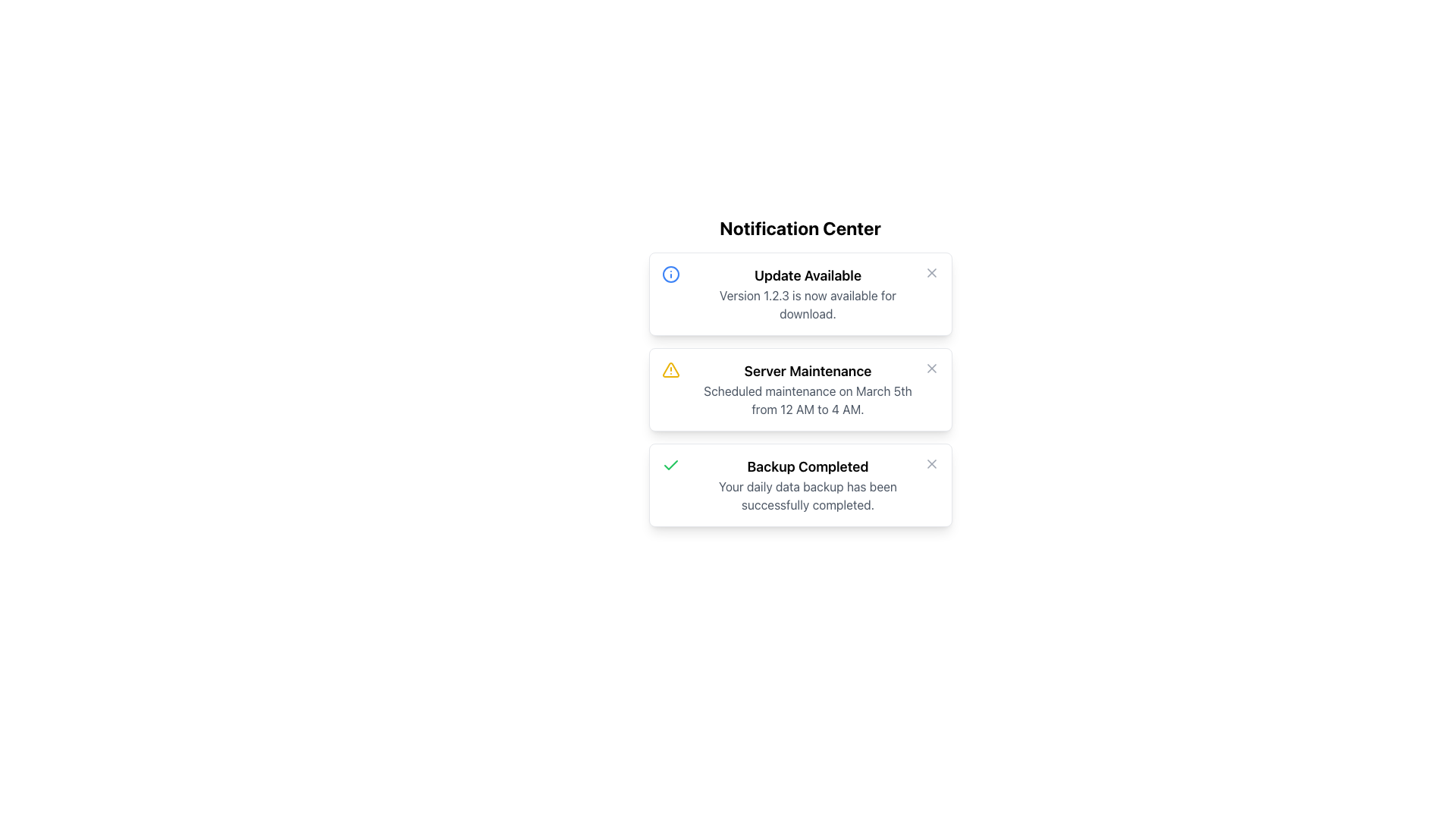 The image size is (1456, 819). I want to click on the information presented in the 'Backup Completed' notification card, which features a green checkmark icon, a bold title, and a description text, so click(799, 485).